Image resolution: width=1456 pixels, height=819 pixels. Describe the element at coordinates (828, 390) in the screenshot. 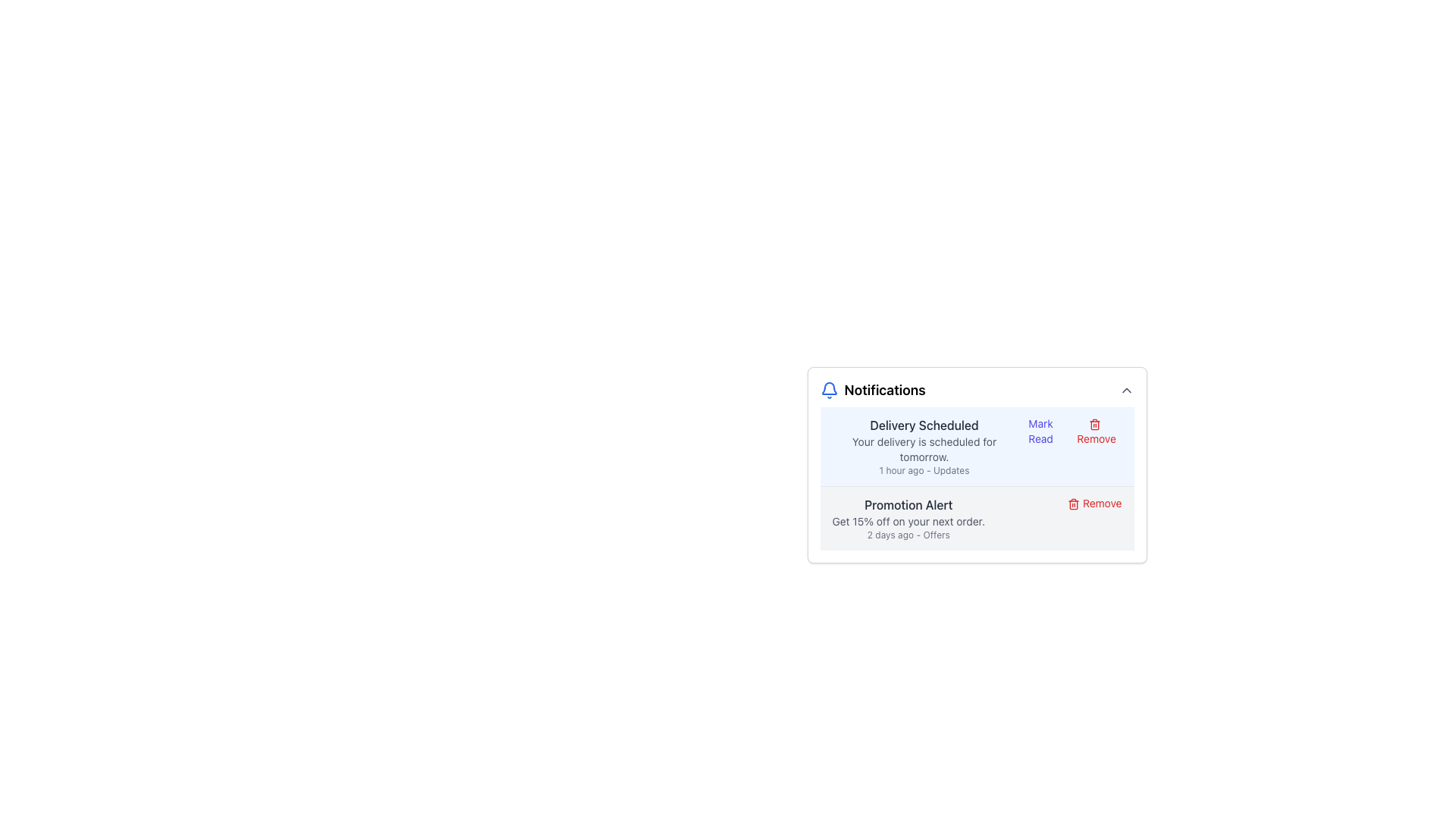

I see `the notification icon button located at the top-left corner of the notification panel, adjacent to the text 'Notifications'` at that location.